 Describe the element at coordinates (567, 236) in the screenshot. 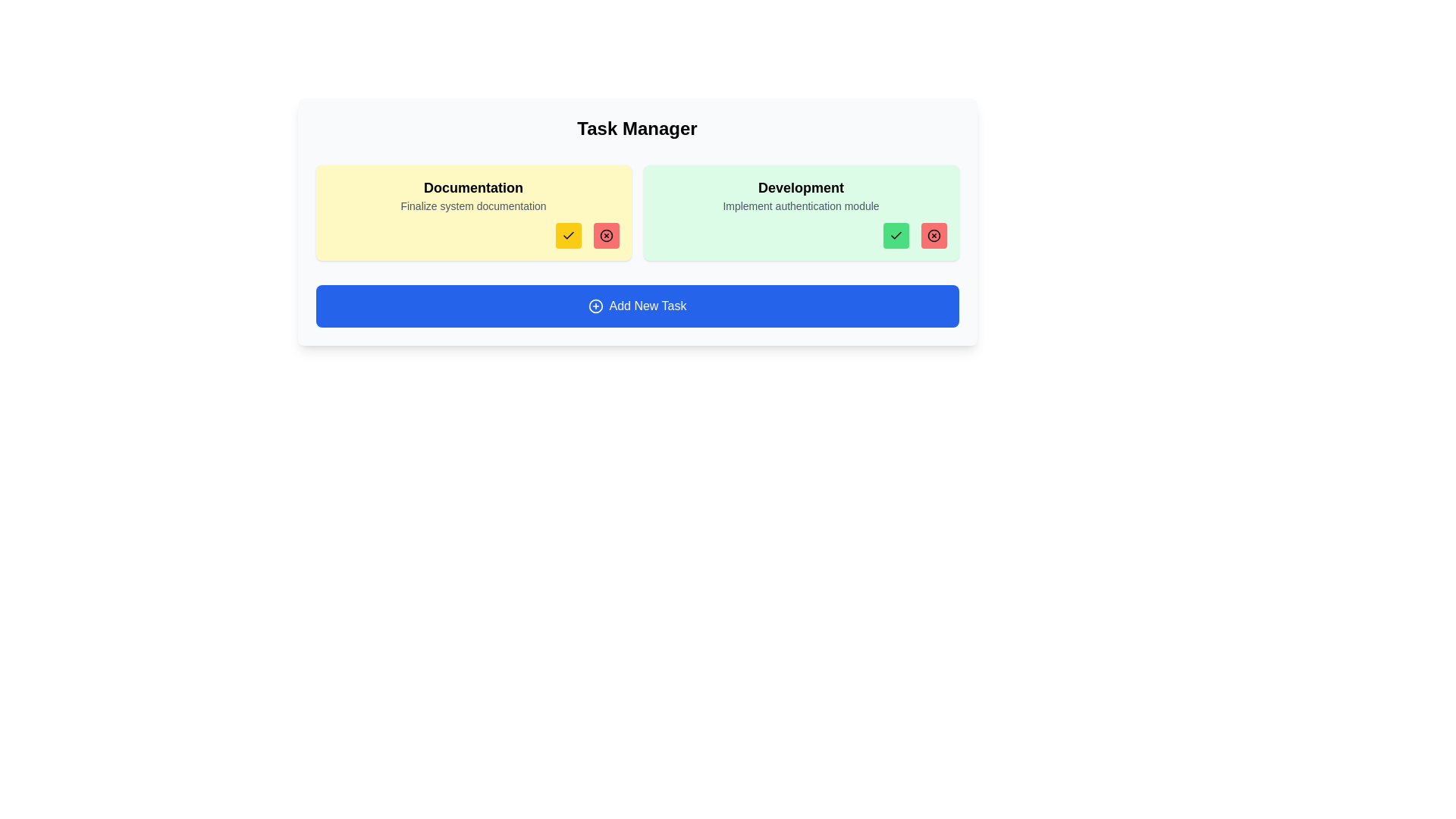

I see `the confirmation button located in the bottom right of the 'Documentation' task card to confirm the task completion` at that location.